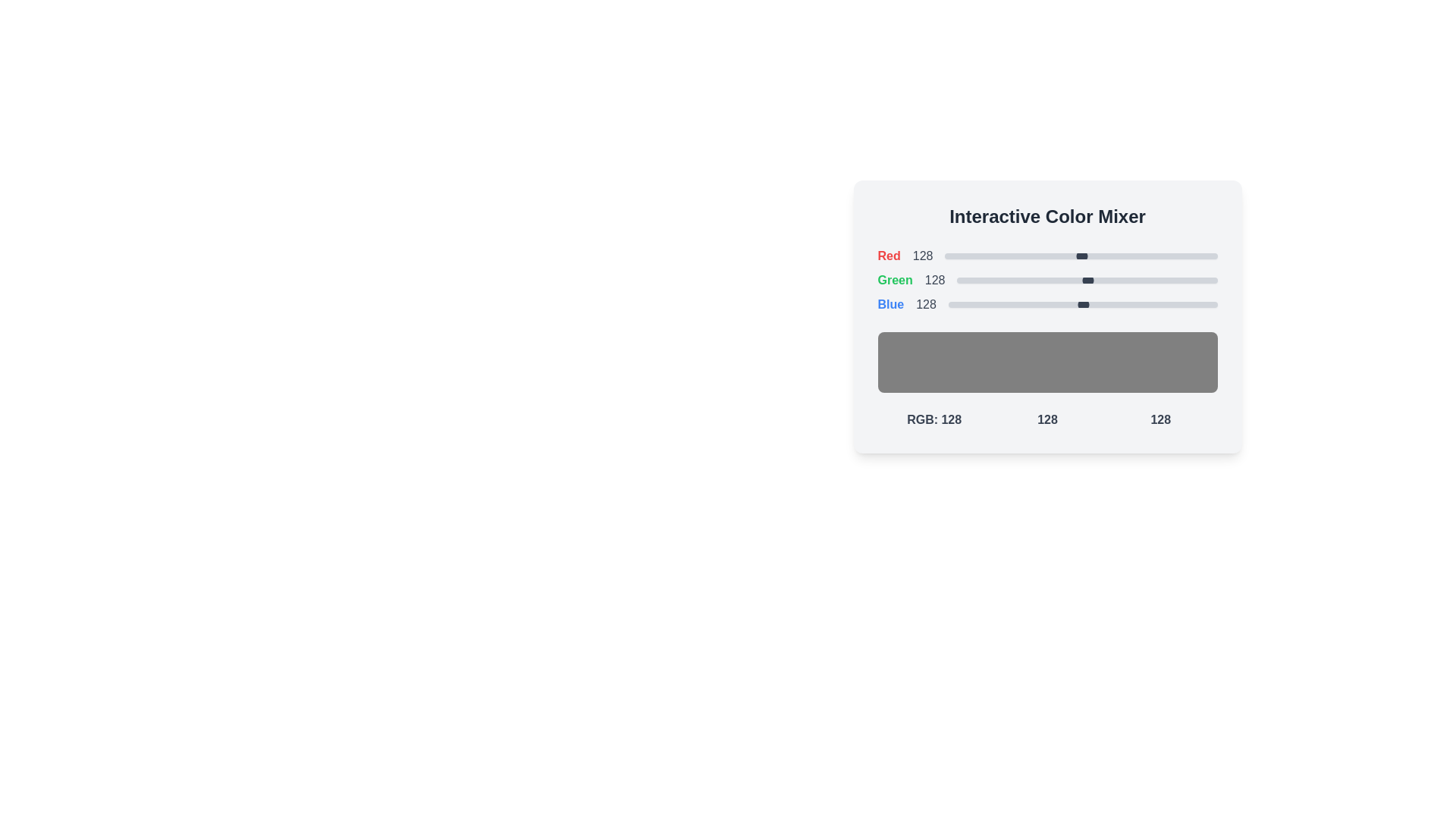 The image size is (1456, 819). Describe the element at coordinates (1159, 420) in the screenshot. I see `the static text label displaying the 'Blue' value in the RGB color representation, which is the last item in a row of three columns within the 'RGB' summary section` at that location.